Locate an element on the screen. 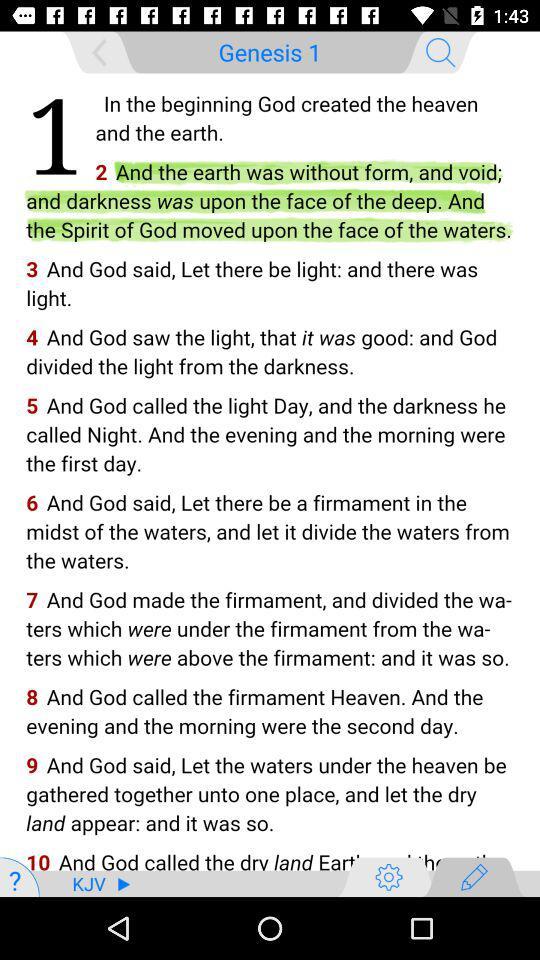 This screenshot has height=960, width=540. the search icon is located at coordinates (440, 51).